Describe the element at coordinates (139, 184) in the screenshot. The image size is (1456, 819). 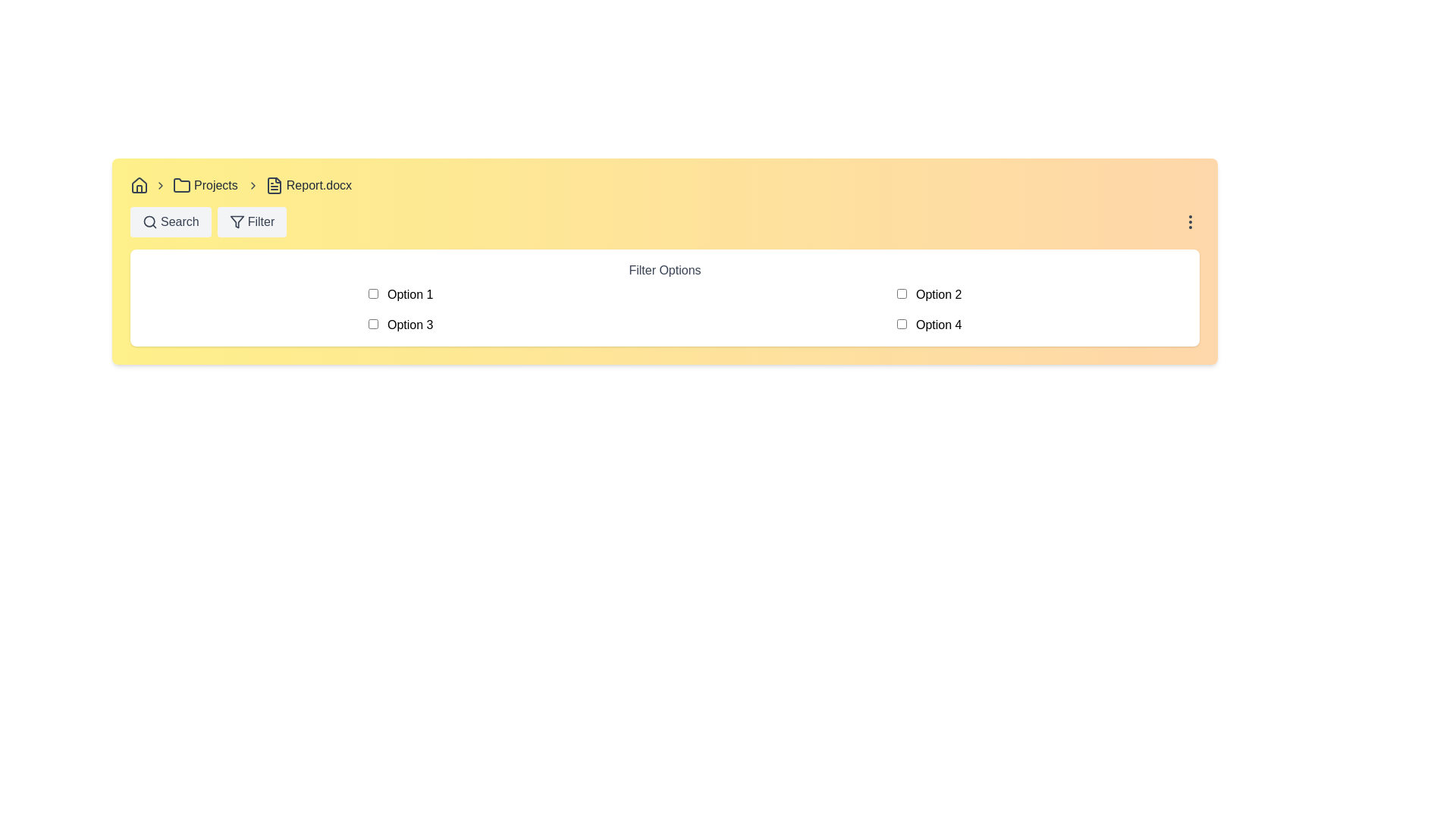
I see `the 'Home' icon in the breadcrumb navigation bar, which features a minimalist house outline with a triangular roof and rectangular body` at that location.